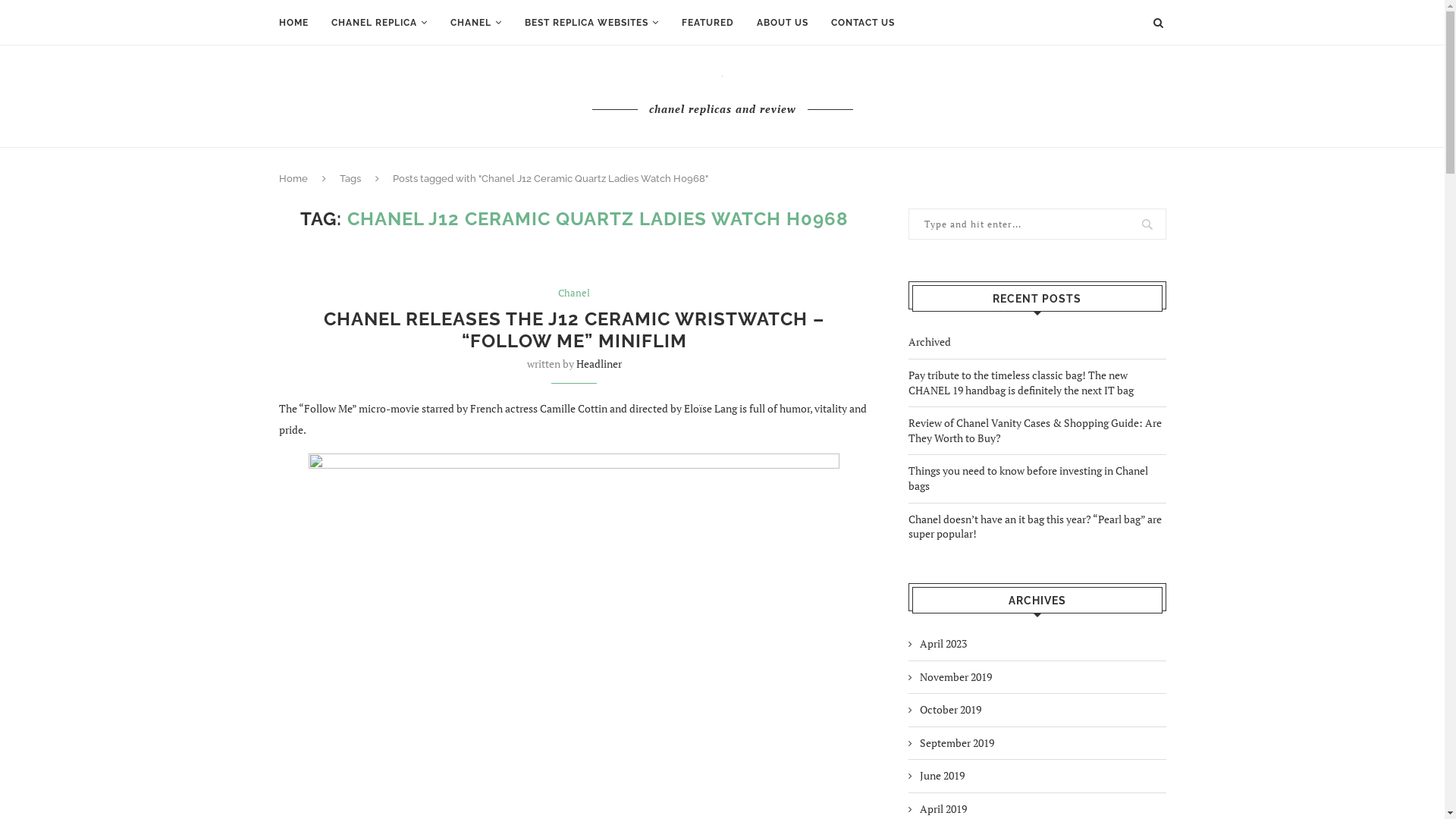  I want to click on 'Home', so click(293, 177).